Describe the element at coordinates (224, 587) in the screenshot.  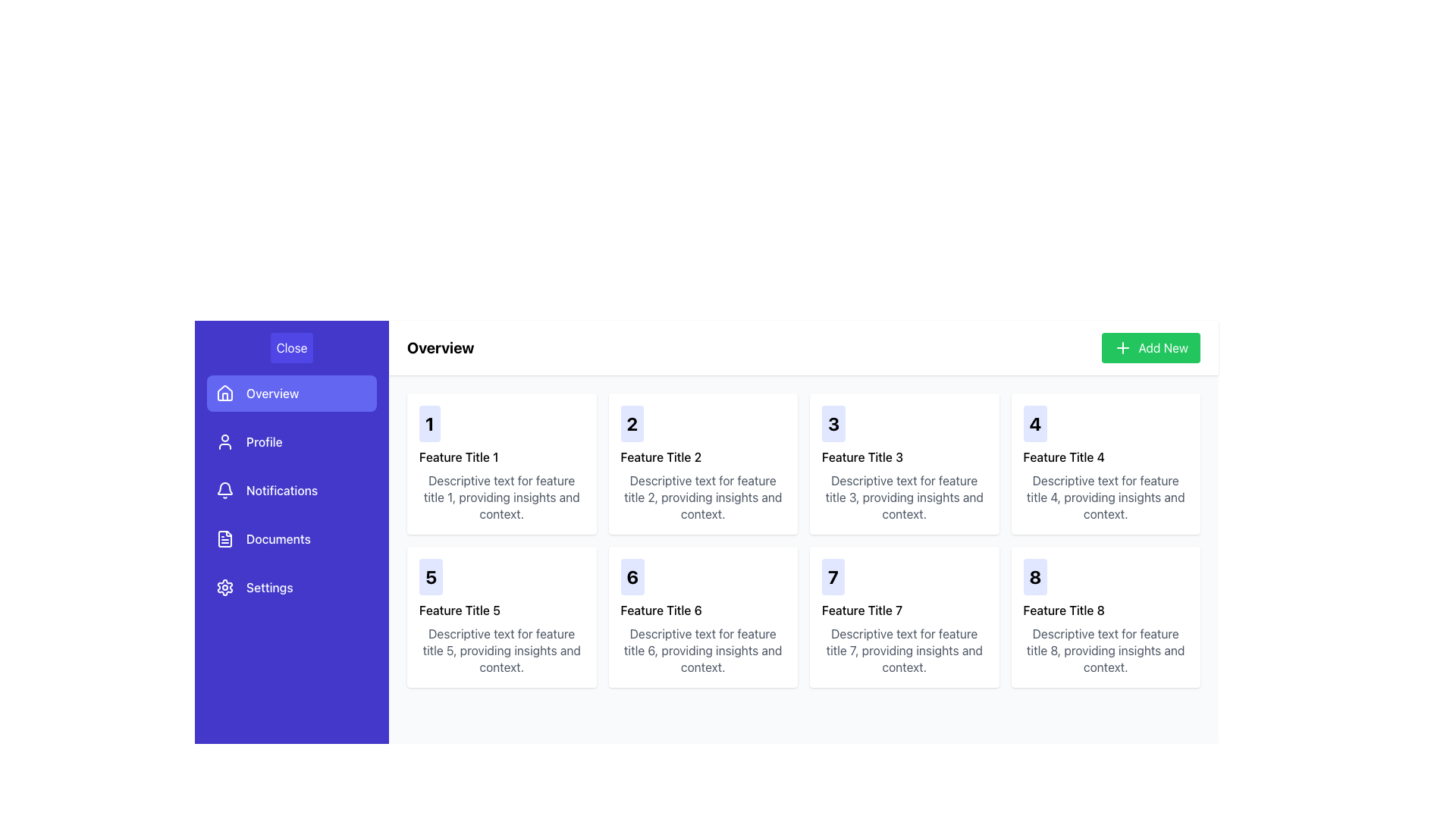
I see `the 'Settings' icon located in the vertical navigation menu on the left-hand side` at that location.